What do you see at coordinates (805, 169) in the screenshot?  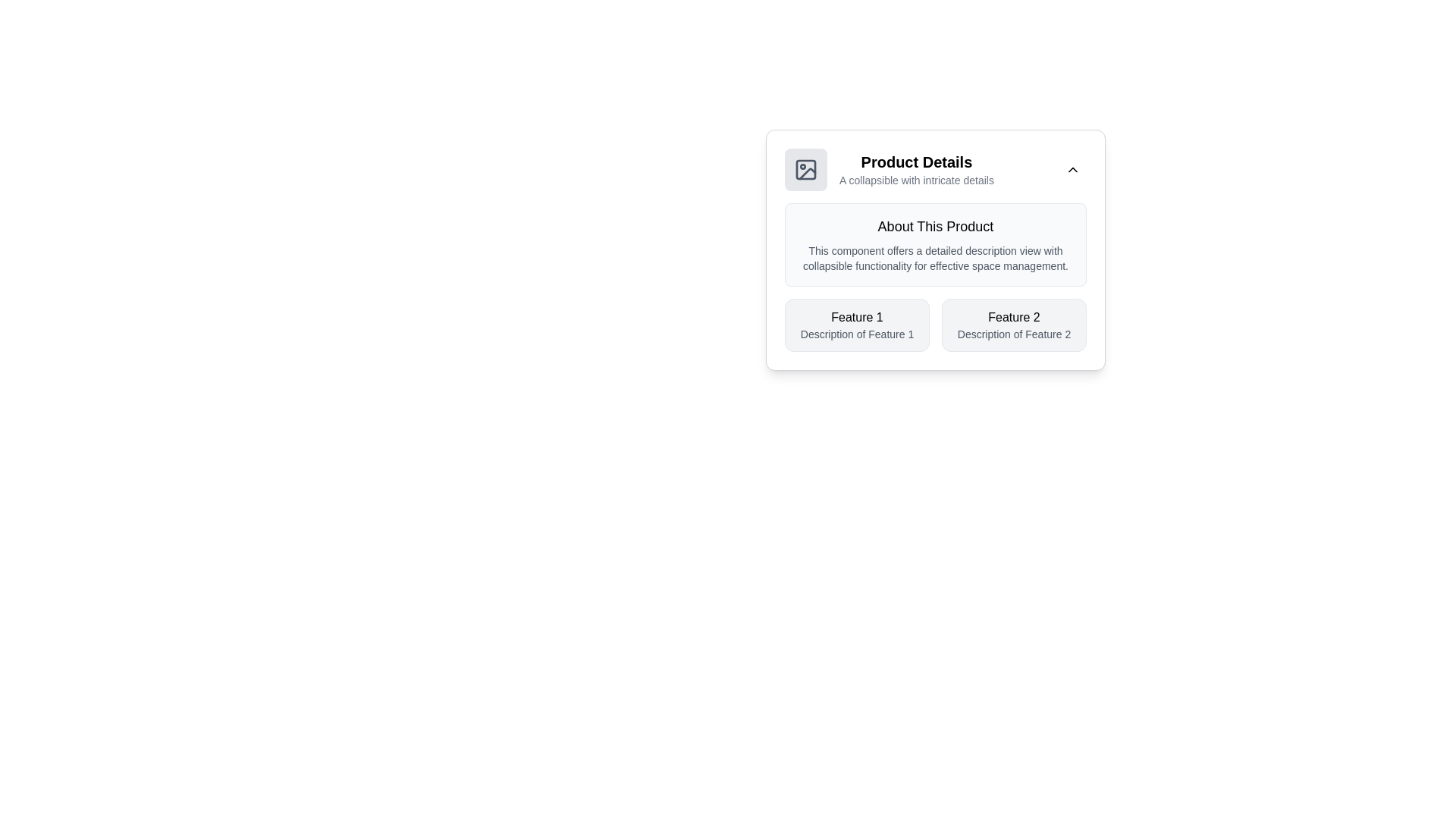 I see `the icon representing the image or visual placeholder related to the 'Product Details' section, located to the left of the heading 'Product Details'` at bounding box center [805, 169].